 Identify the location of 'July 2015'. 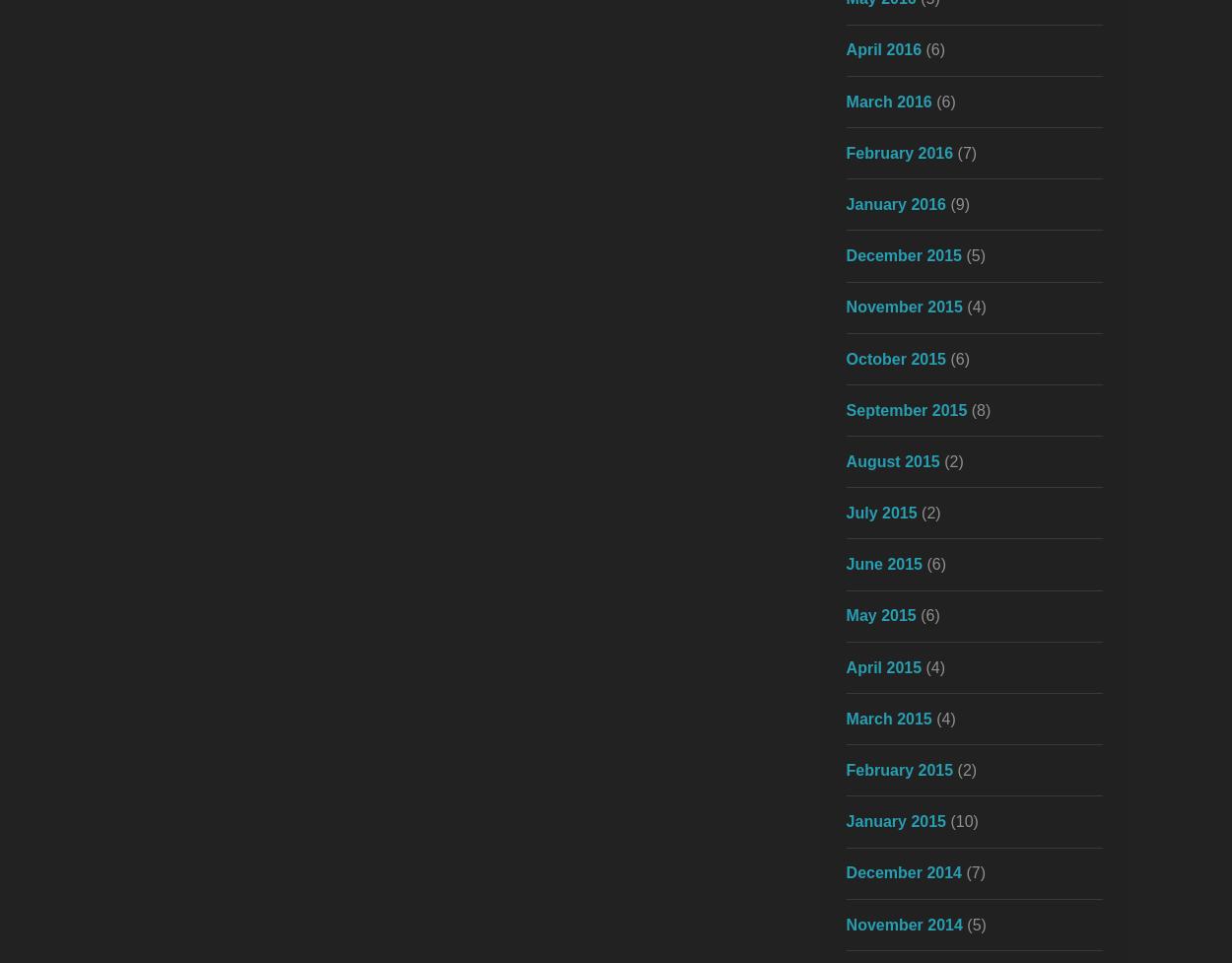
(880, 512).